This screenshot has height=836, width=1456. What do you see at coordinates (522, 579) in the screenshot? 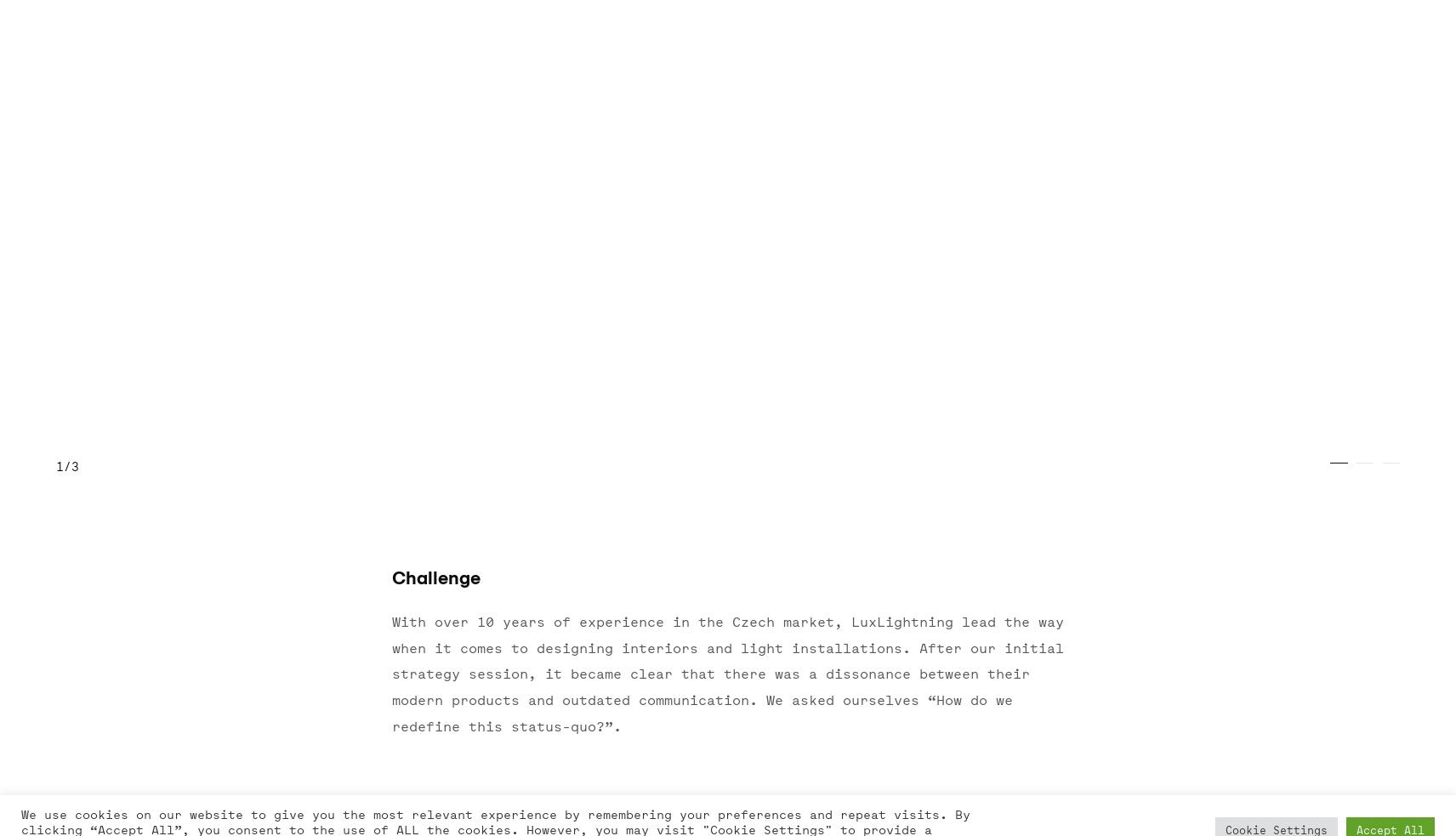
I see `'Careers'` at bounding box center [522, 579].